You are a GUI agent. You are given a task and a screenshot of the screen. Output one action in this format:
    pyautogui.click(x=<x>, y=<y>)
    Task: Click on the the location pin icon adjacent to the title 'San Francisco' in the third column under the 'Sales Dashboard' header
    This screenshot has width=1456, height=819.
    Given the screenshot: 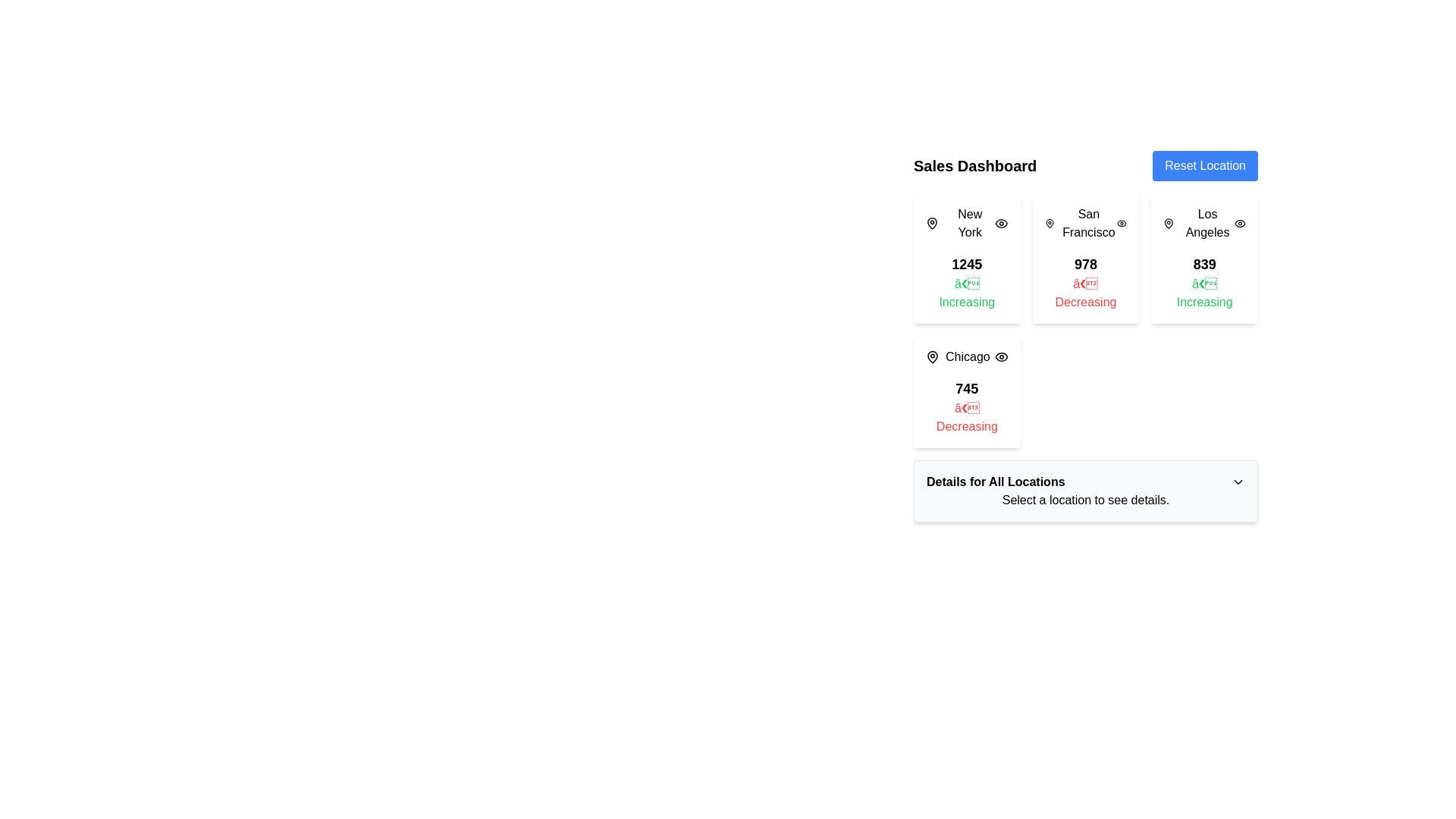 What is the action you would take?
    pyautogui.click(x=1049, y=223)
    